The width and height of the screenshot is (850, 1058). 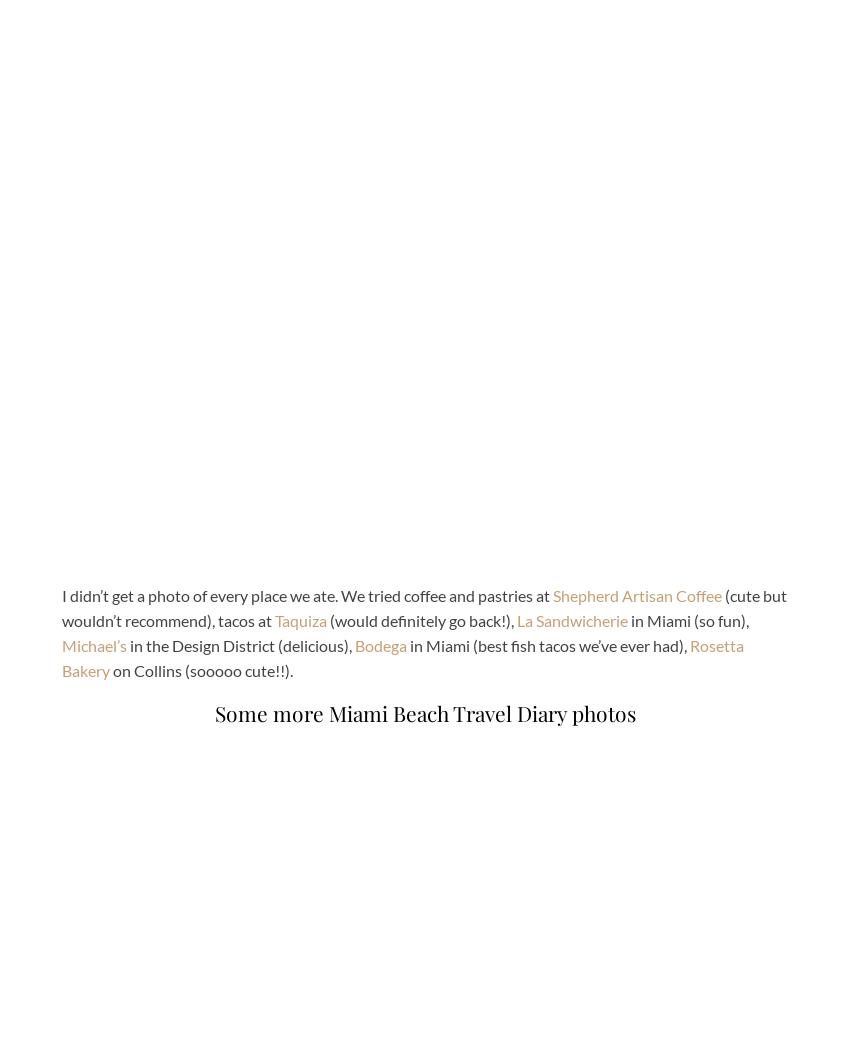 I want to click on 'Bodega', so click(x=379, y=644).